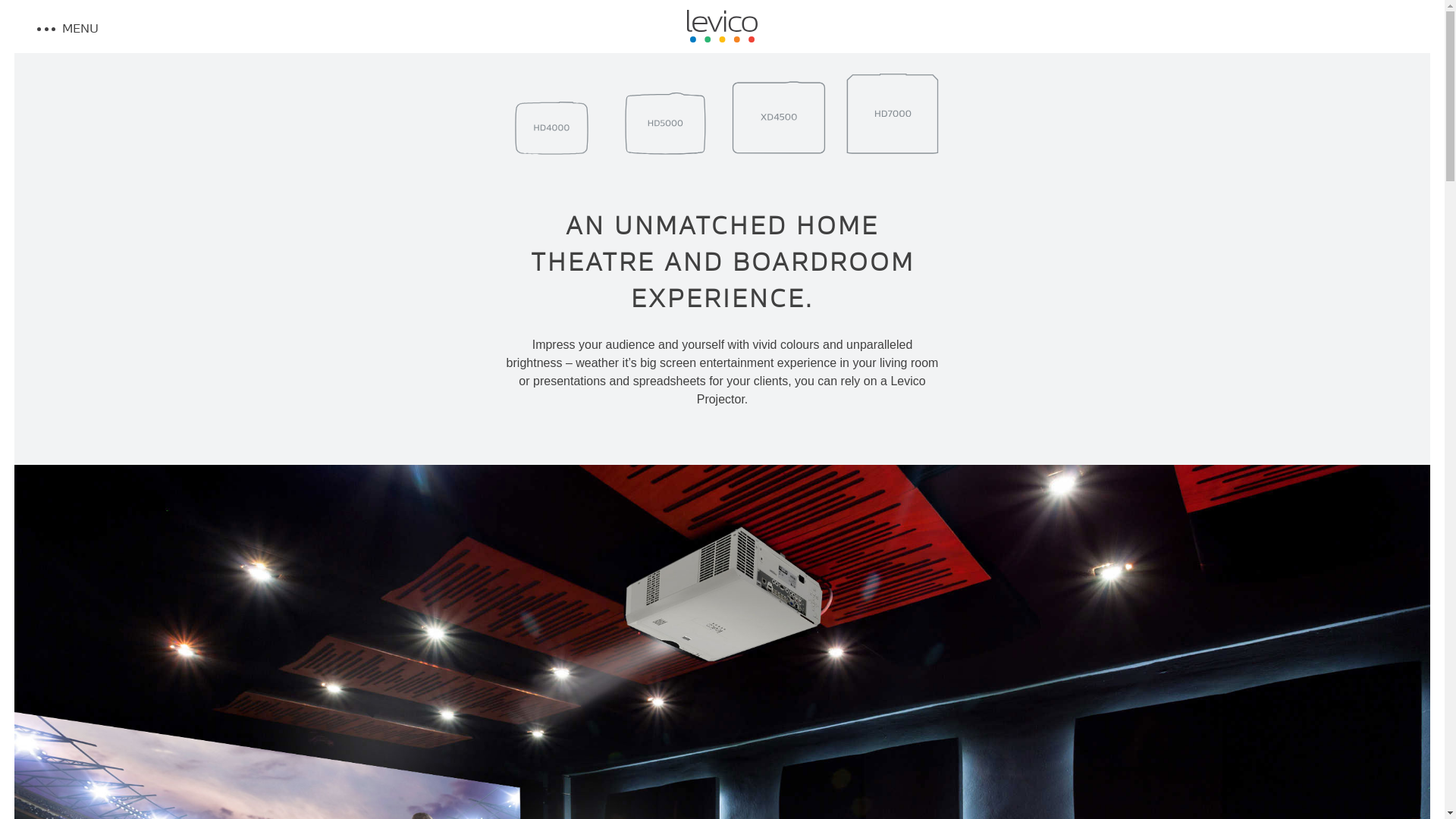  Describe the element at coordinates (779, 115) in the screenshot. I see `'0'` at that location.